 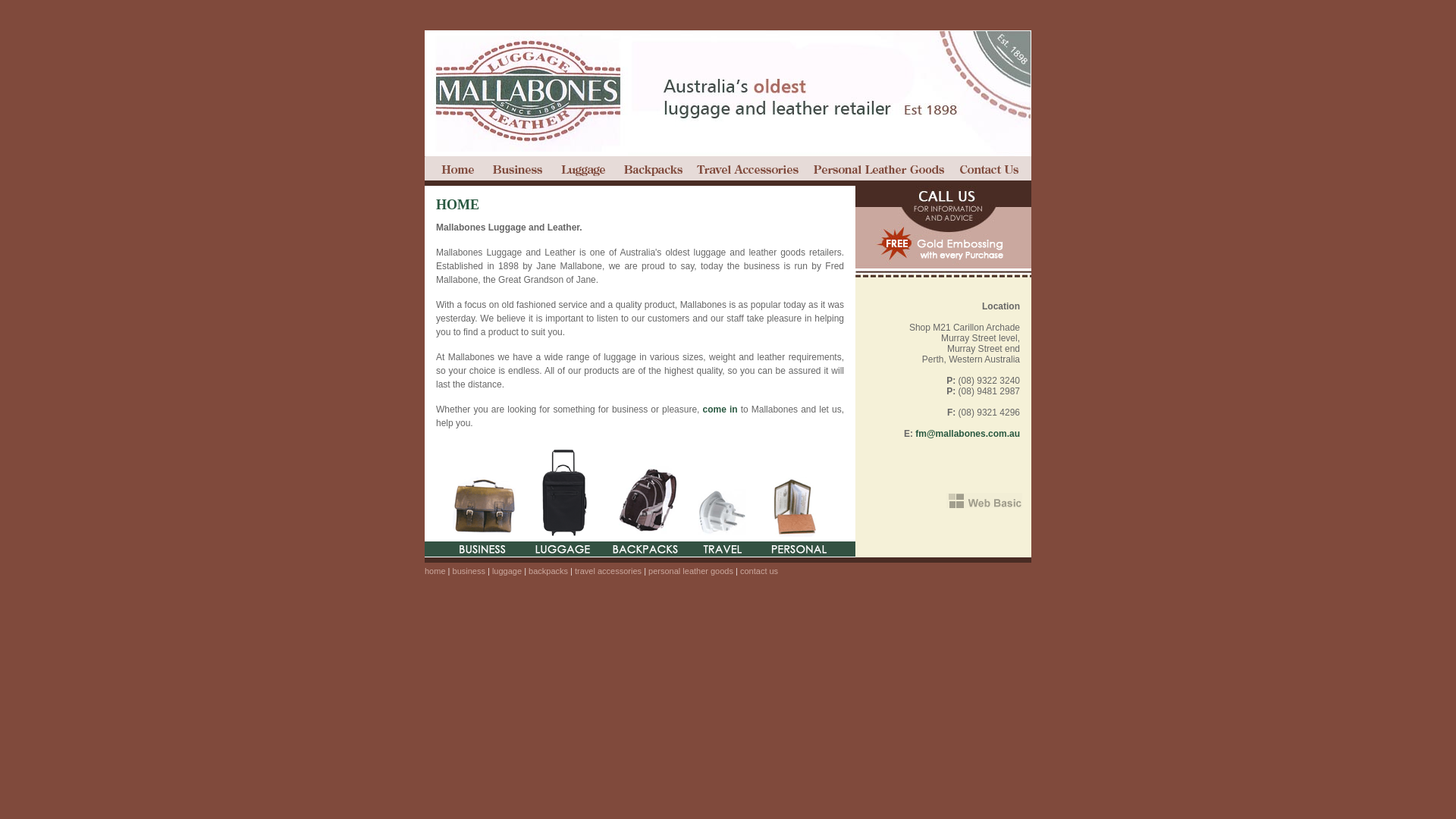 I want to click on 'backpacks', so click(x=548, y=570).